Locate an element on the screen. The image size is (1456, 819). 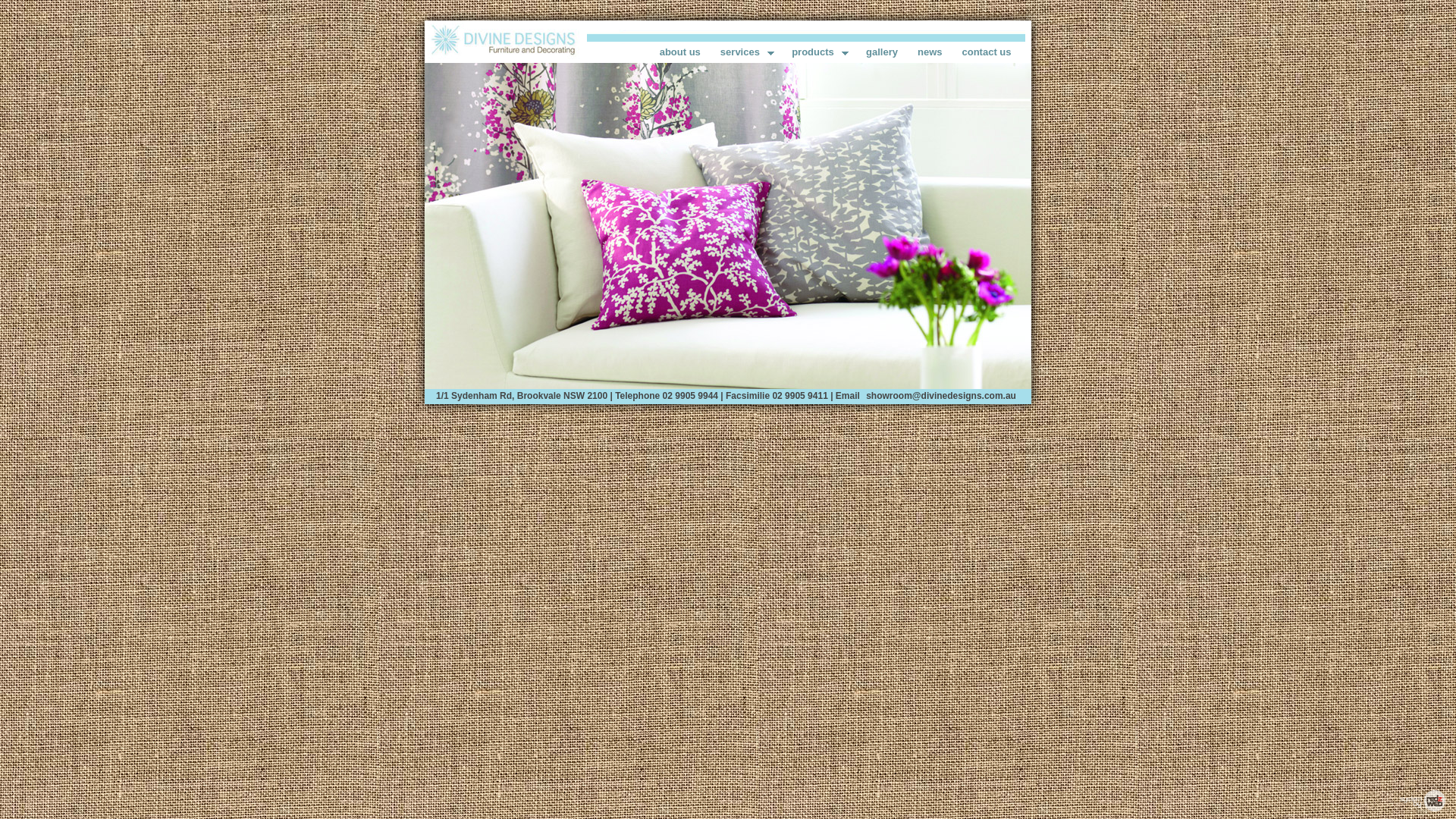
'about us' is located at coordinates (679, 51).